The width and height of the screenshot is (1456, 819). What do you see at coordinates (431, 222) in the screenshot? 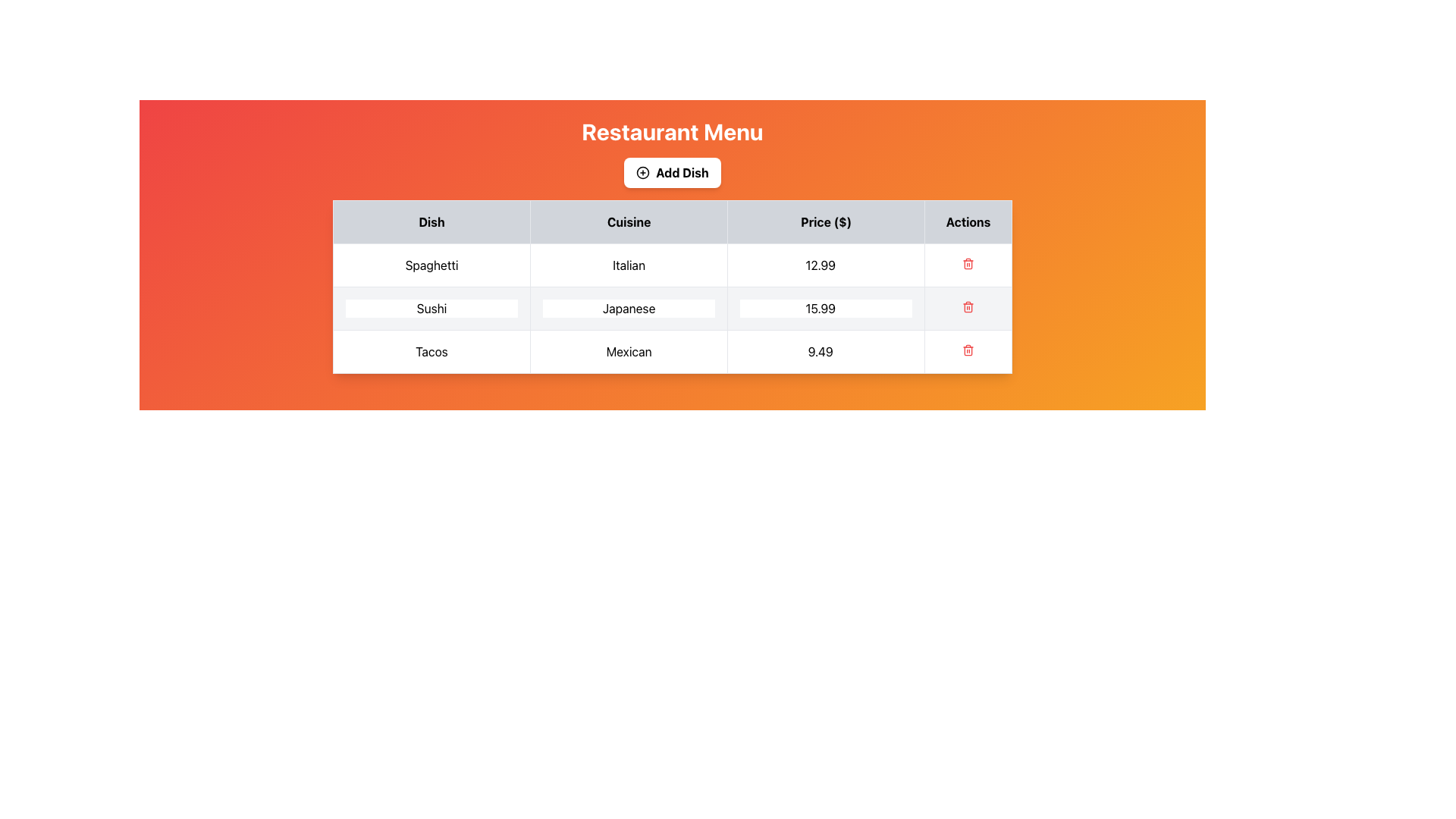
I see `the first column header label of the table, which is titled 'Dish', located leftmost among the headers 'Dish', 'Cuisine', 'Price ($)', and 'Actions'` at bounding box center [431, 222].